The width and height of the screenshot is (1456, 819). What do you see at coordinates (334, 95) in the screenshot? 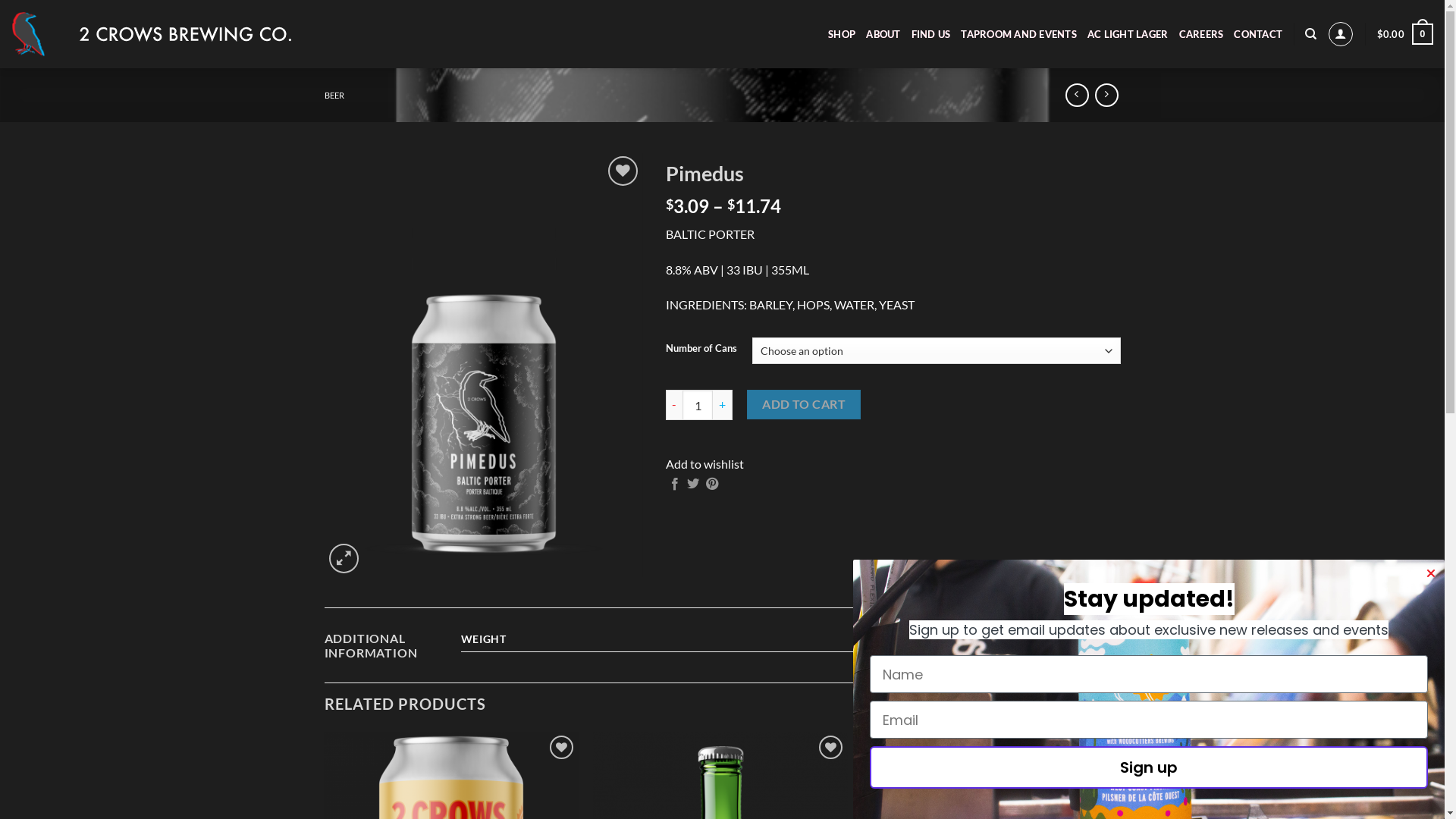
I see `'BEER'` at bounding box center [334, 95].